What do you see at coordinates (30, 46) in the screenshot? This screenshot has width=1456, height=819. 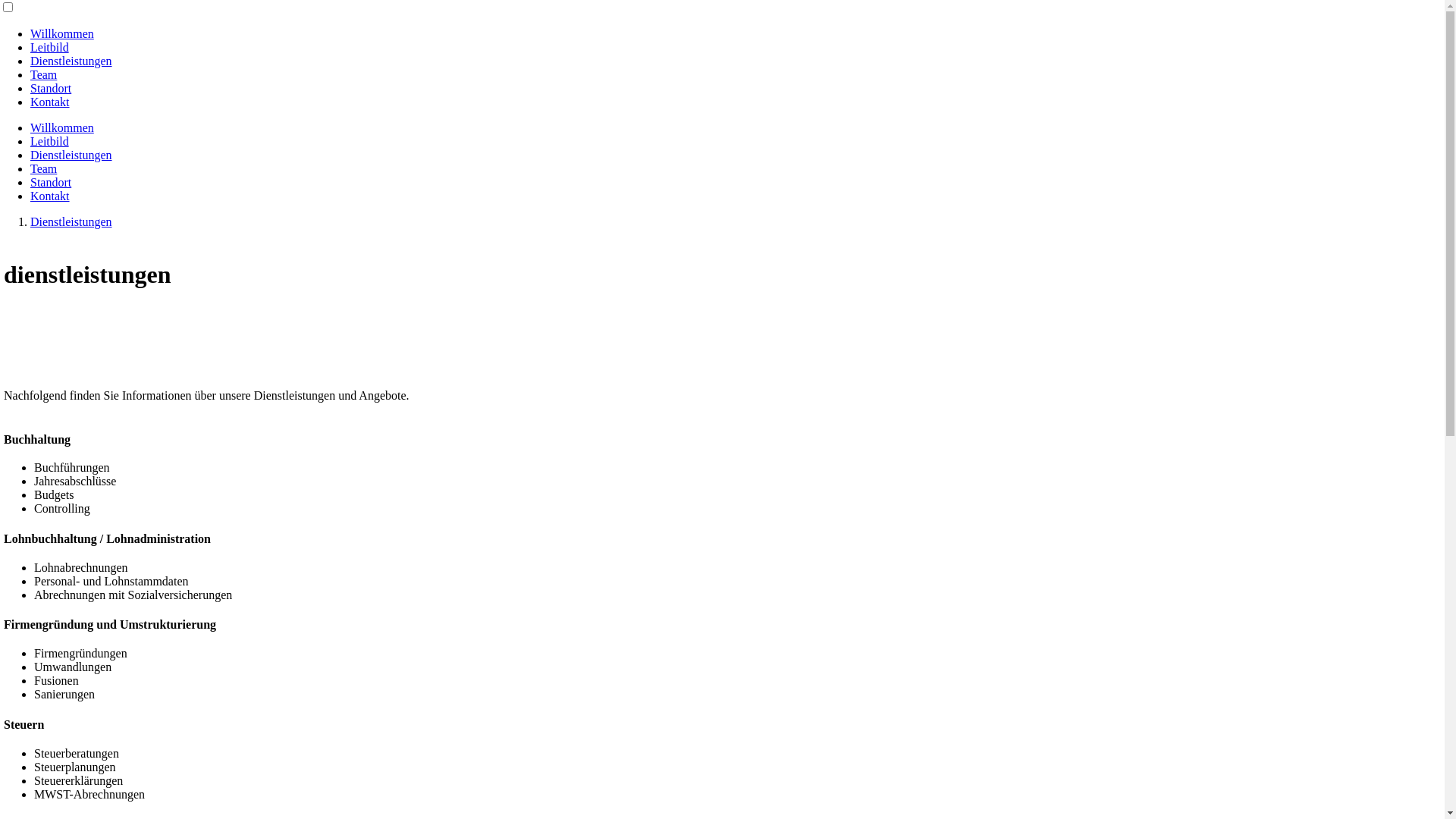 I see `'Leitbild'` at bounding box center [30, 46].